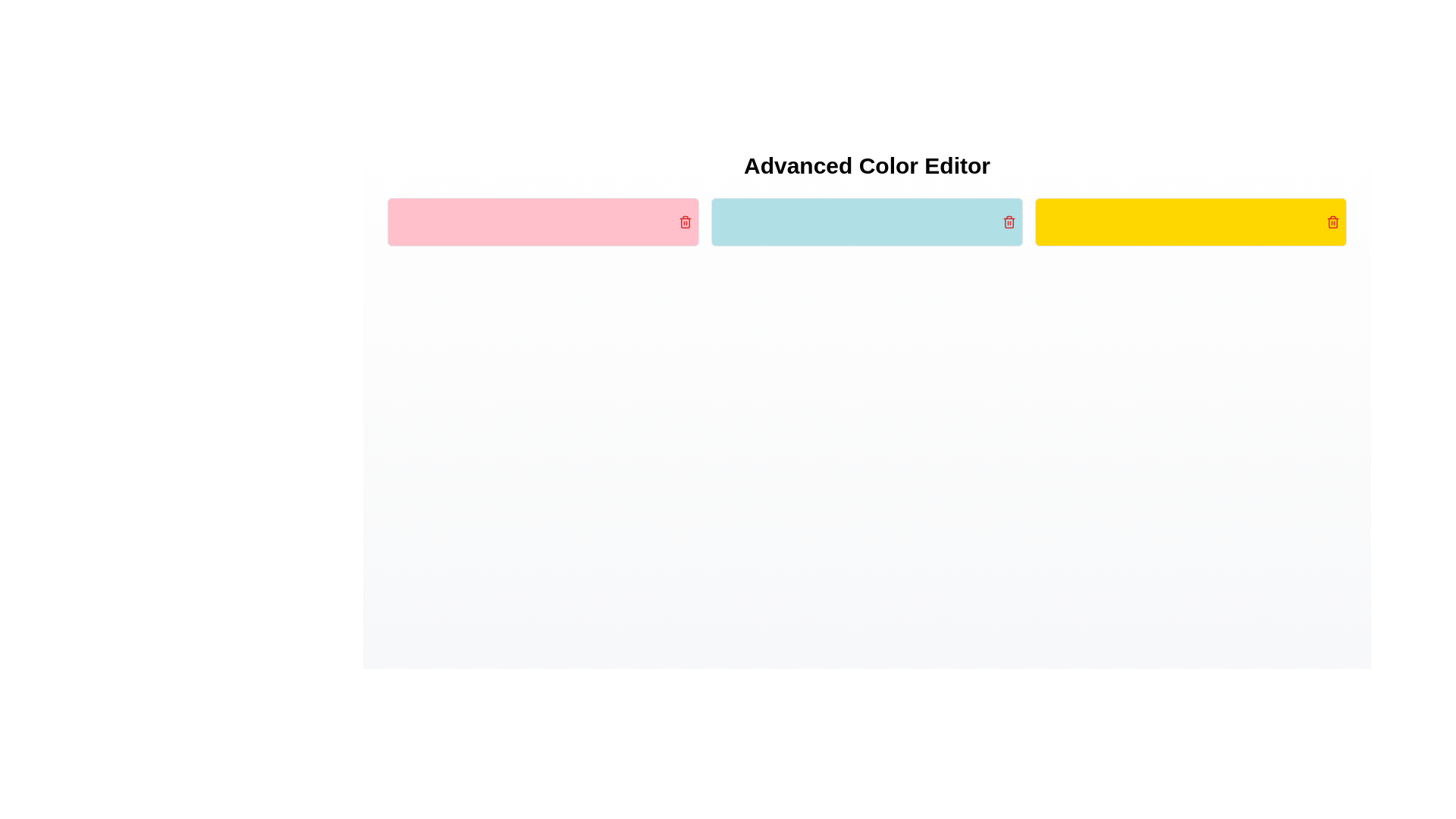 The width and height of the screenshot is (1456, 819). I want to click on the delete icon button located at the far right of the first light pink horizontal bar under the 'Advanced Color Editor' heading, so click(684, 222).